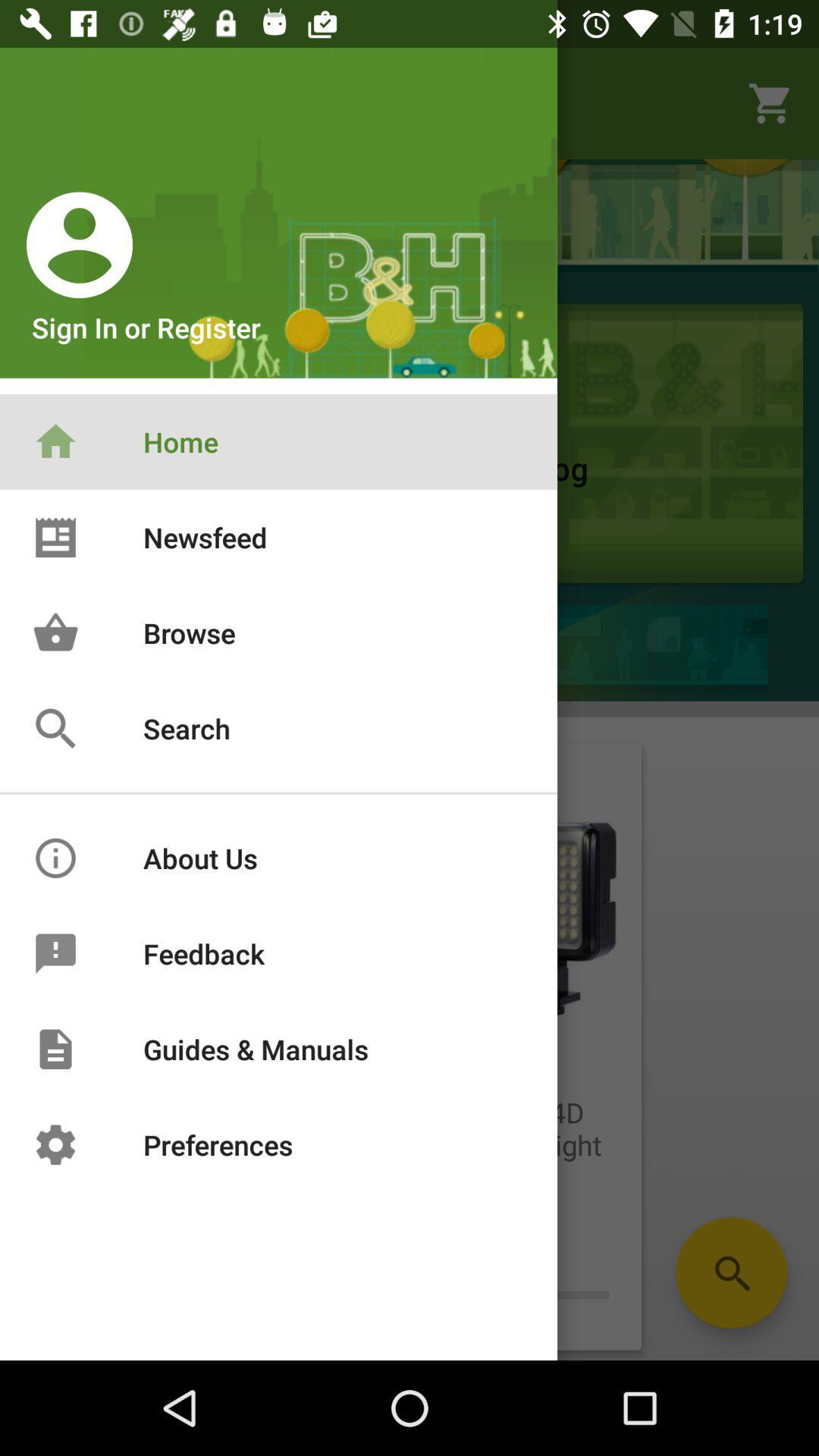 The width and height of the screenshot is (819, 1456). I want to click on the cart icon, so click(771, 102).